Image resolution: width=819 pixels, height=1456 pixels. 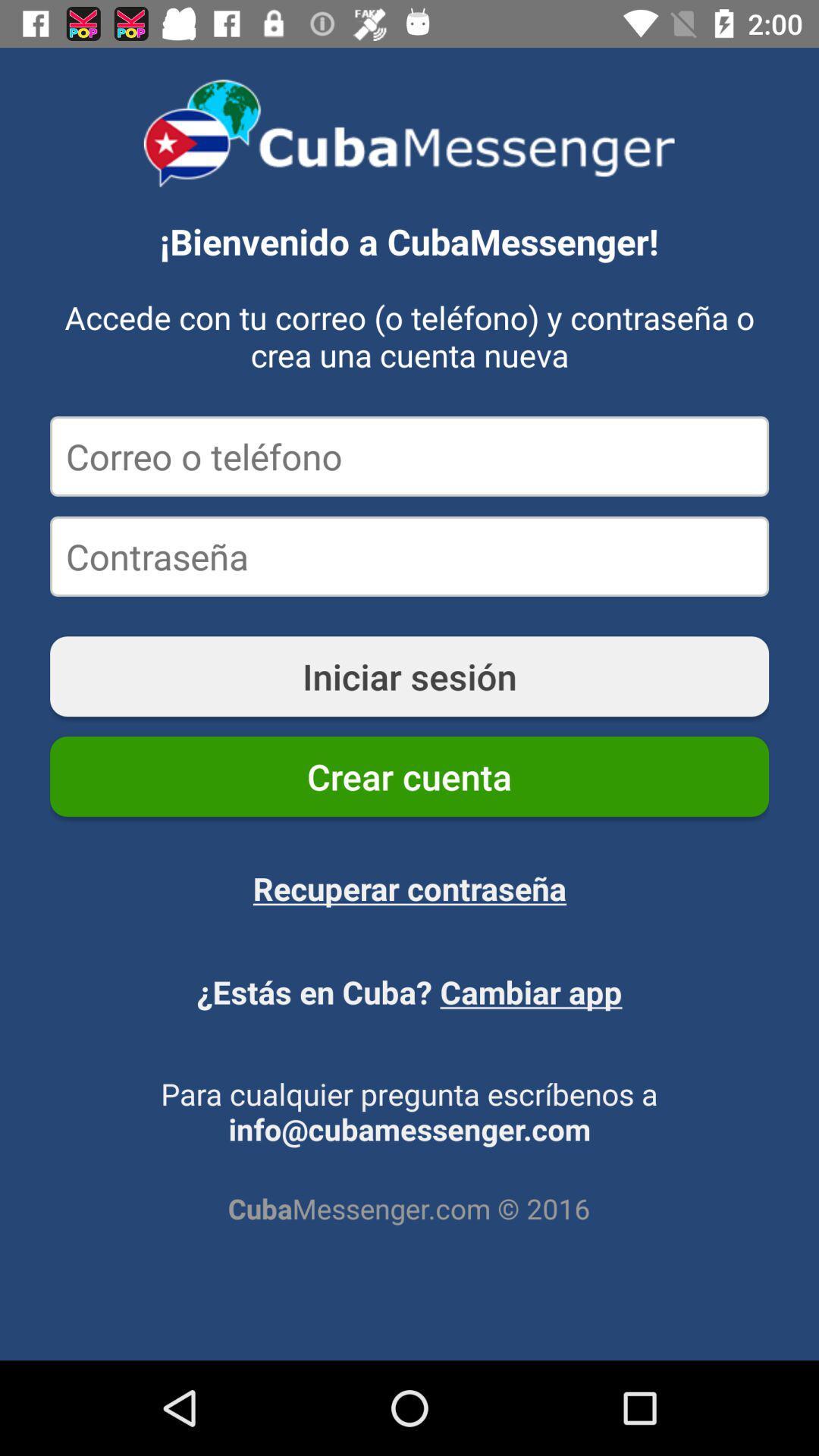 What do you see at coordinates (409, 992) in the screenshot?
I see `item above para cualquier pregunta item` at bounding box center [409, 992].